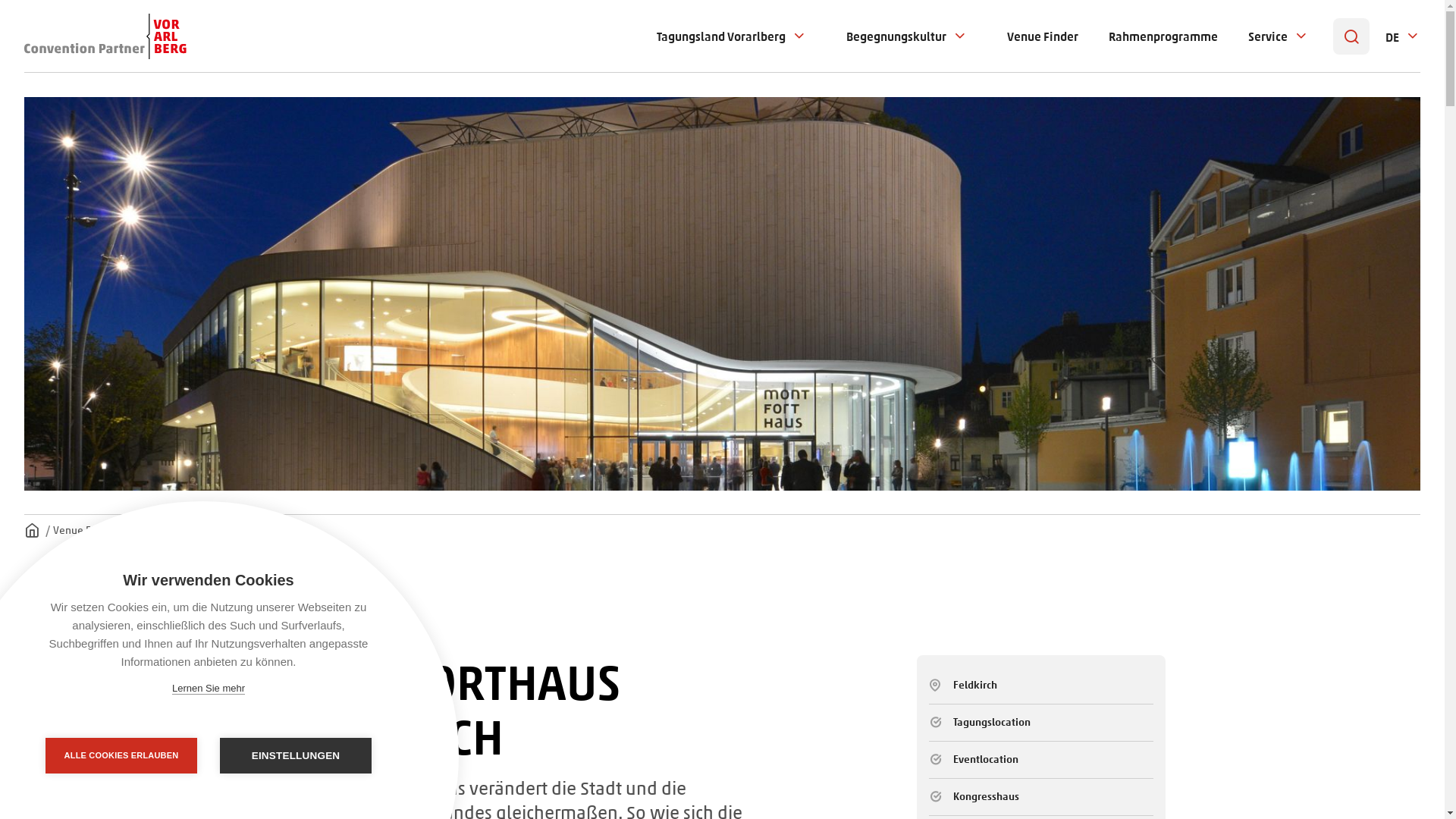 This screenshot has height=819, width=1456. What do you see at coordinates (720, 35) in the screenshot?
I see `'Tagungsland Vorarlberg'` at bounding box center [720, 35].